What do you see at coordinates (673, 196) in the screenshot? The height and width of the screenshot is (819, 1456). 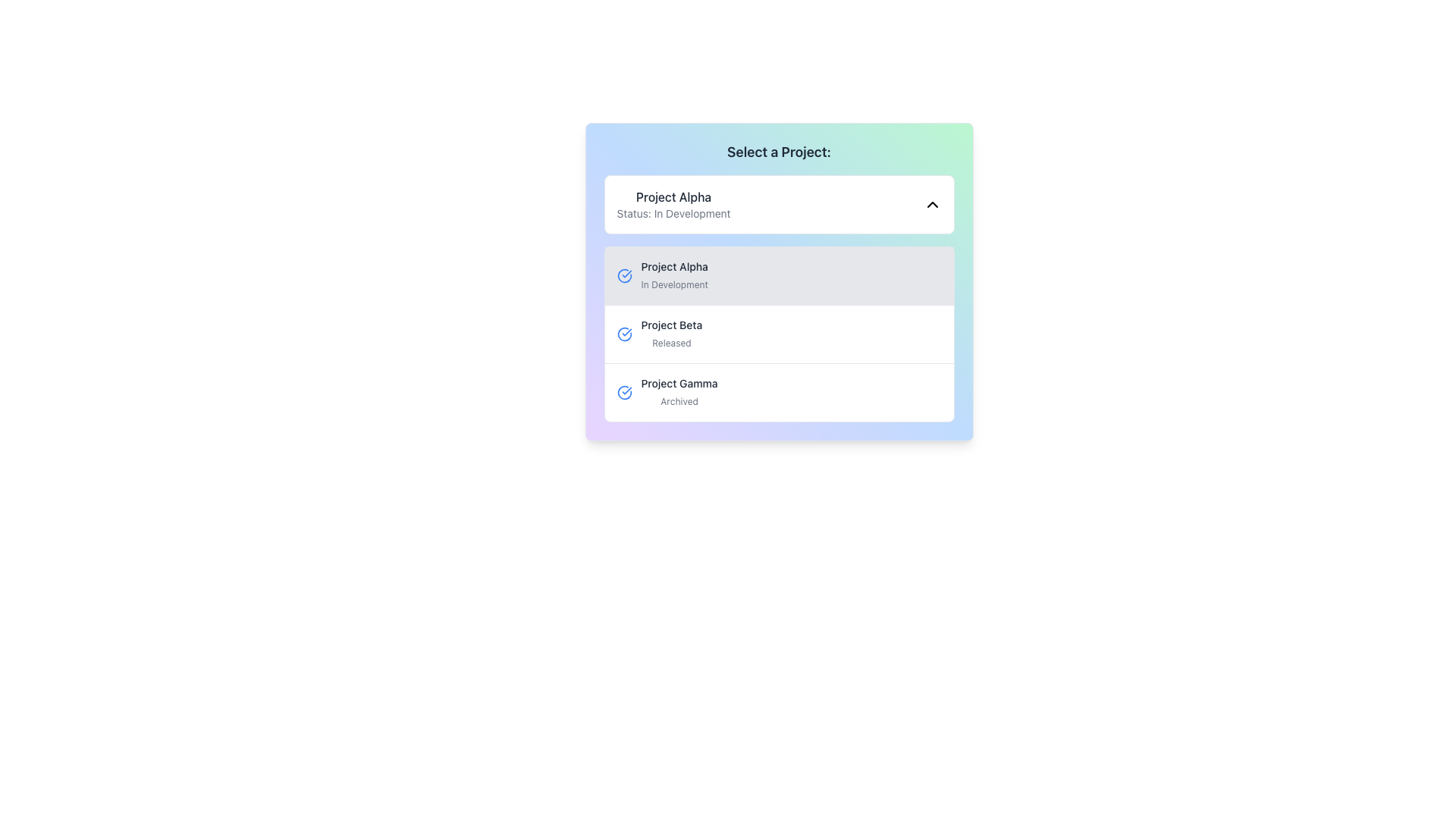 I see `the text label displaying 'Project Alpha' which is prominently shown in dark gray font within the dropdown section labeled 'Select a Project:'` at bounding box center [673, 196].